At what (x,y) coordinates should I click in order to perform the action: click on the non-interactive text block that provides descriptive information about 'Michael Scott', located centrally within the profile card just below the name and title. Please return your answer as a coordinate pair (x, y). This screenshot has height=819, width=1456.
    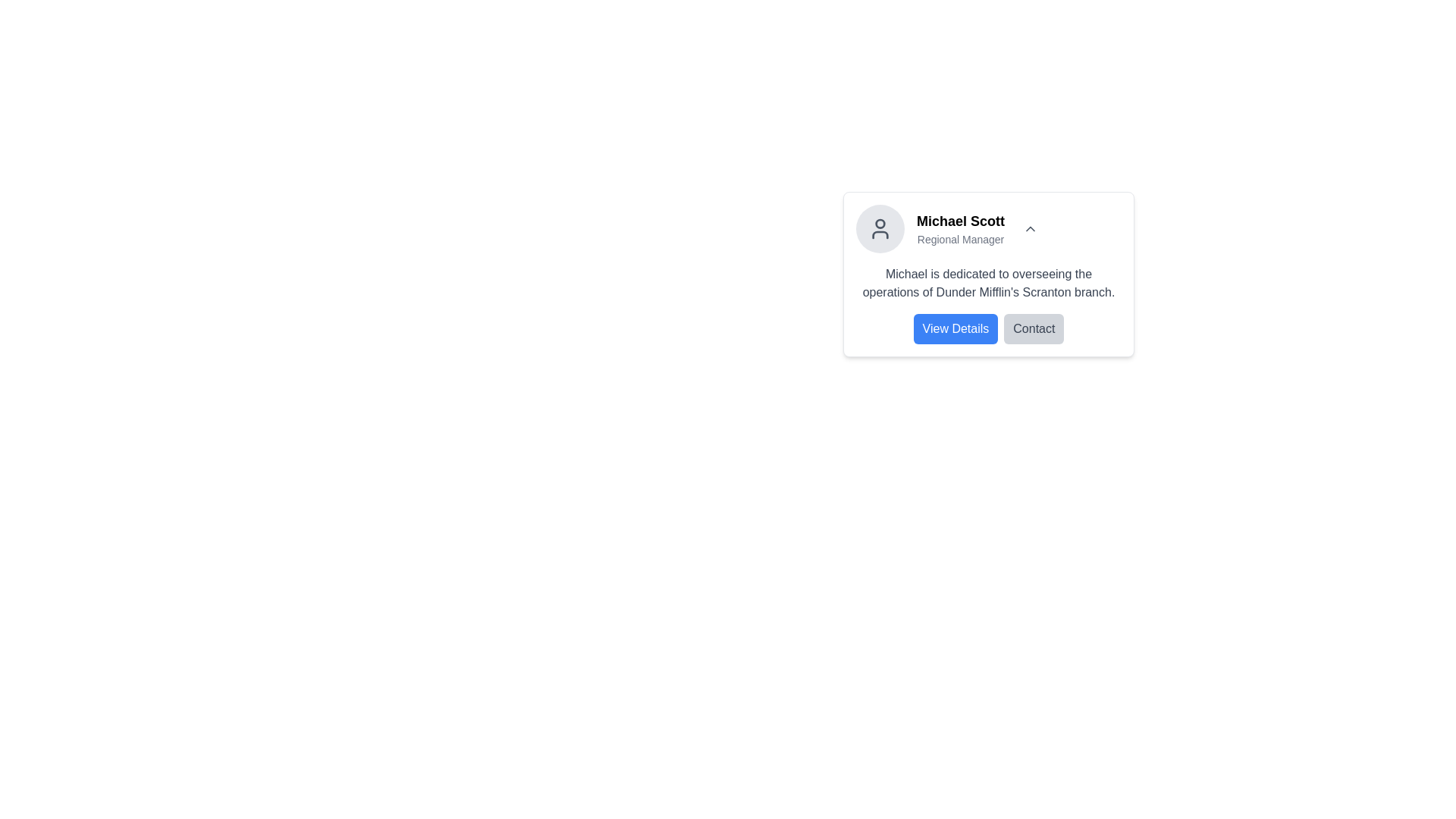
    Looking at the image, I should click on (989, 284).